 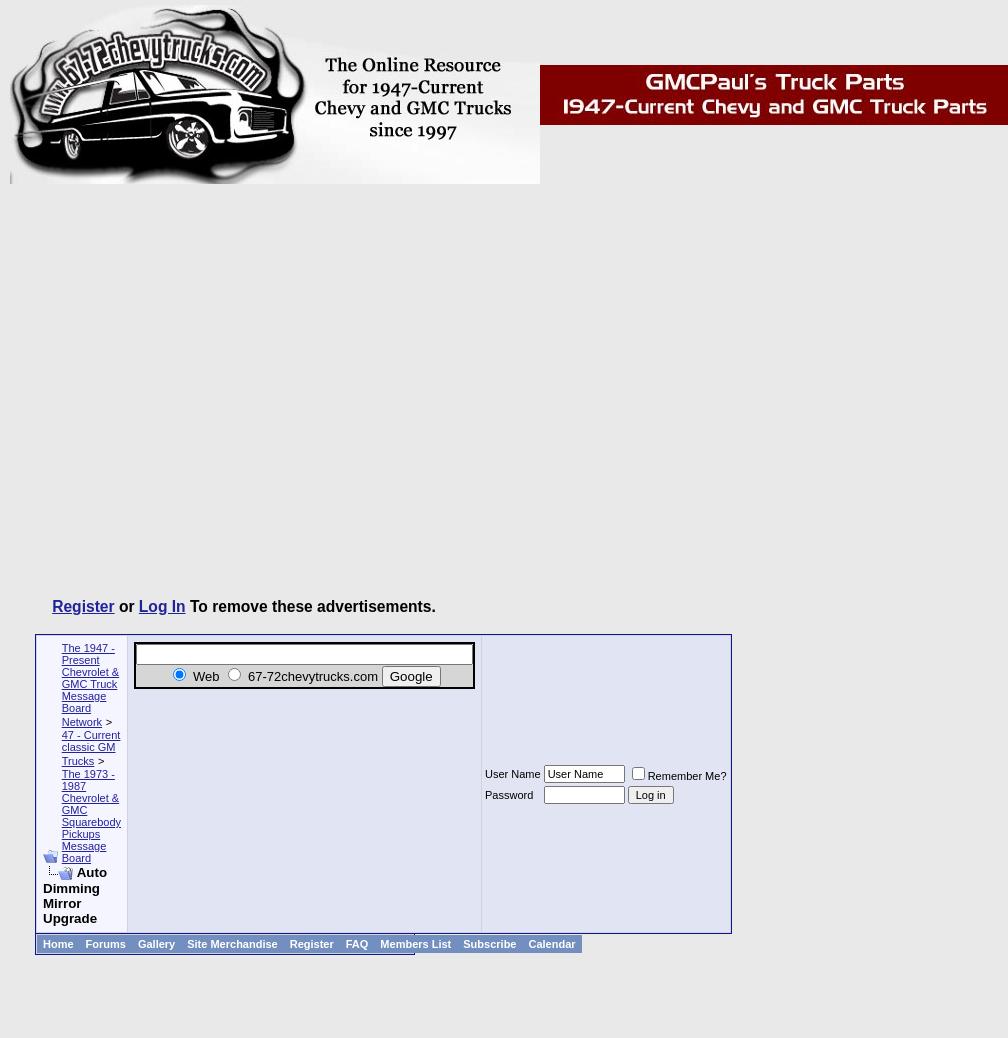 I want to click on 'Calendar', so click(x=551, y=943).